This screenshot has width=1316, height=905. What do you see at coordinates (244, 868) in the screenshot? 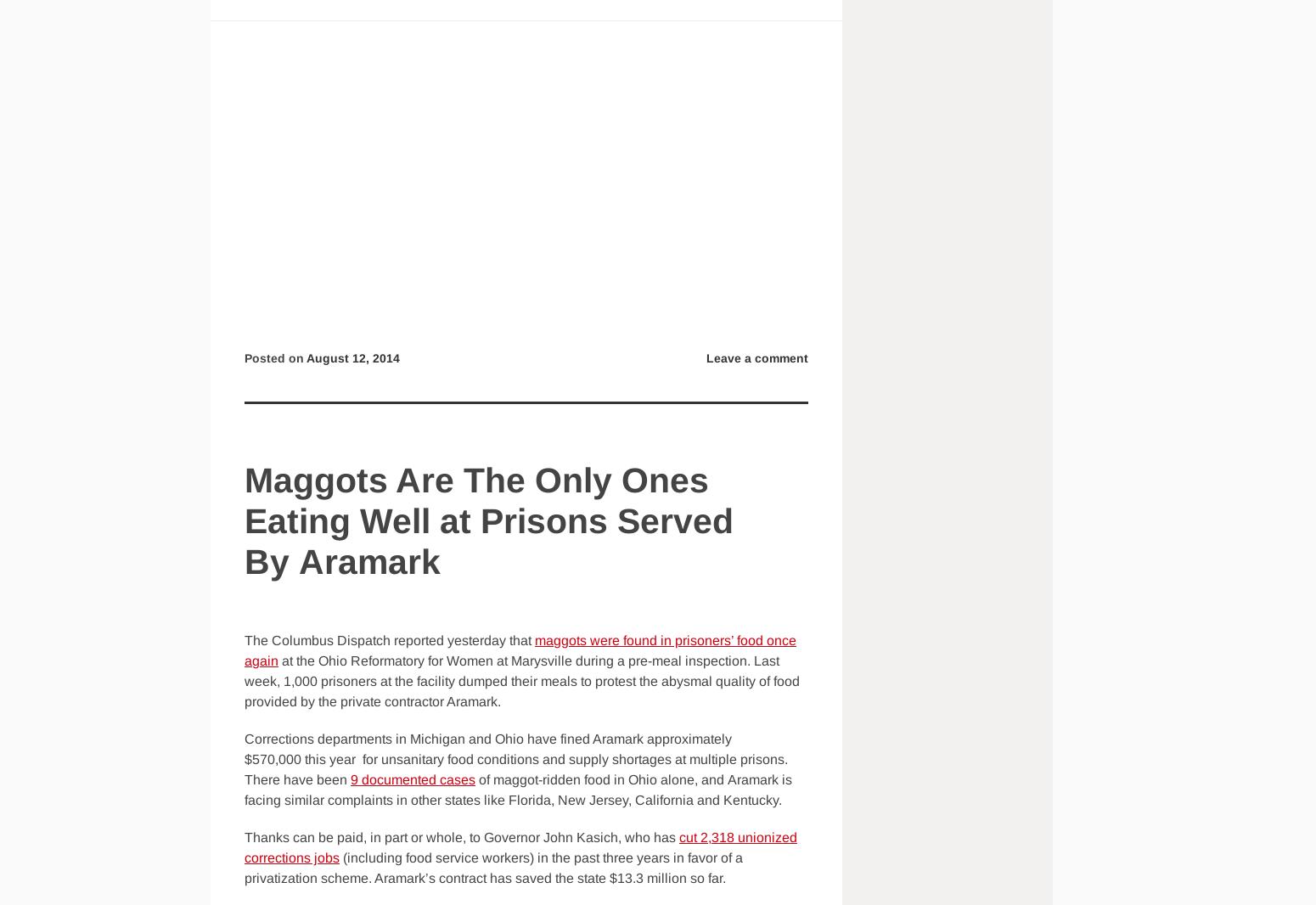
I see `'(including food service workers) in the past three years in favor of a privatization scheme. Aramark’s contract has saved the state $13.3 million so far.'` at bounding box center [244, 868].